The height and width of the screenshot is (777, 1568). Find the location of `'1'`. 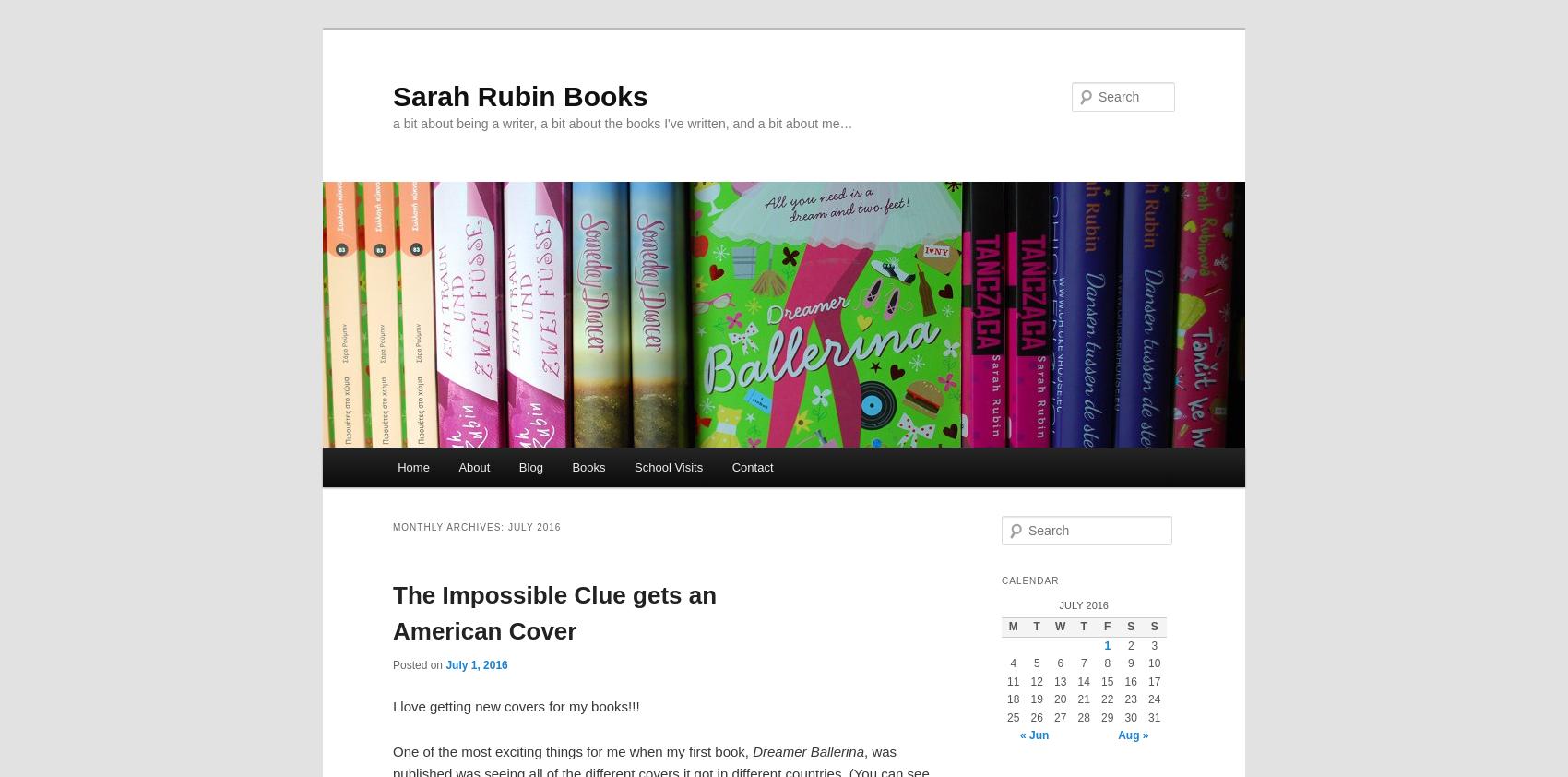

'1' is located at coordinates (1102, 645).